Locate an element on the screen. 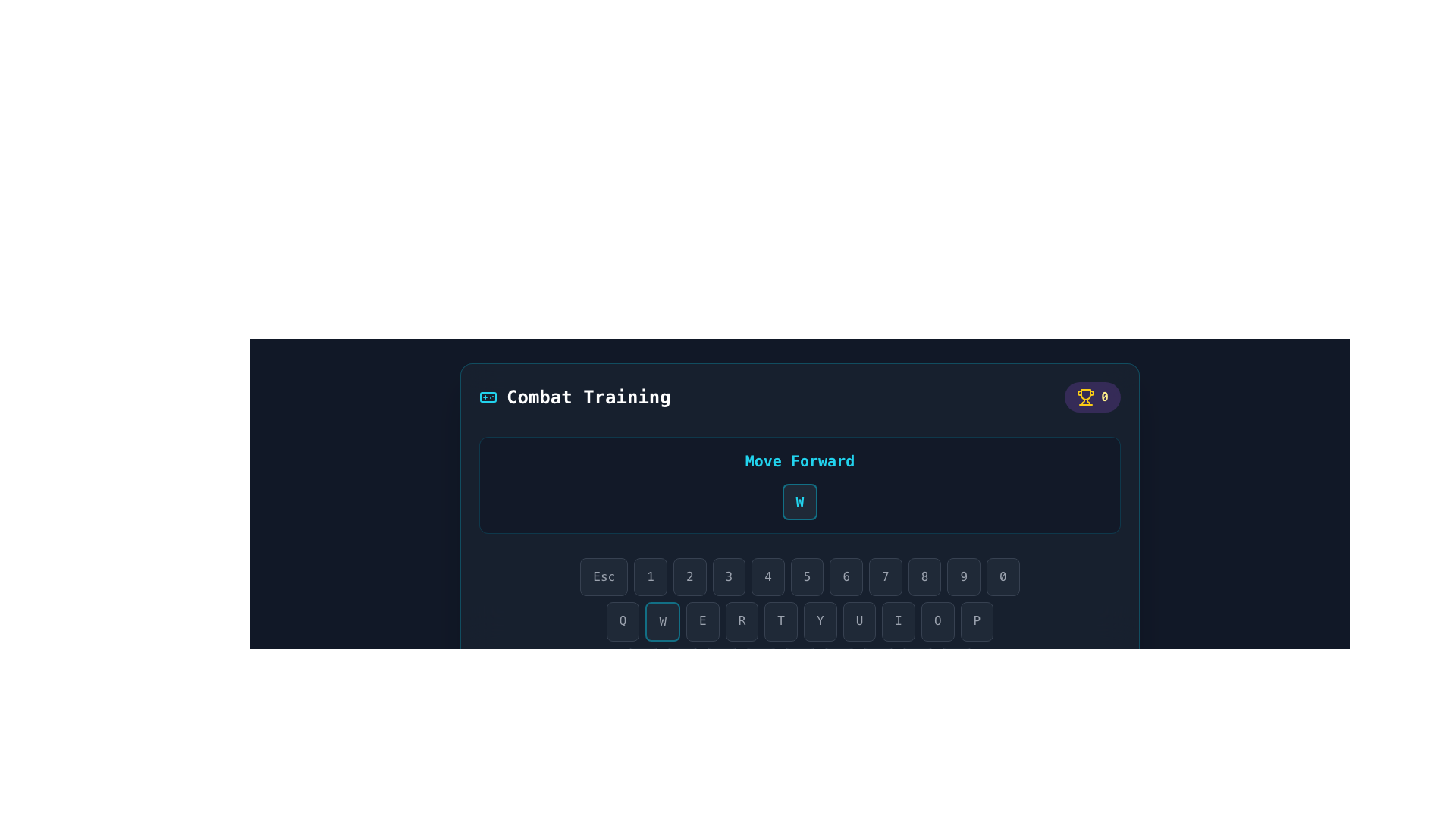 This screenshot has width=1456, height=819. the numeral '1' button, which is the second button in a horizontal row of keys, positioned to the right of the 'Esc' key and to the left of the '2' key is located at coordinates (651, 576).